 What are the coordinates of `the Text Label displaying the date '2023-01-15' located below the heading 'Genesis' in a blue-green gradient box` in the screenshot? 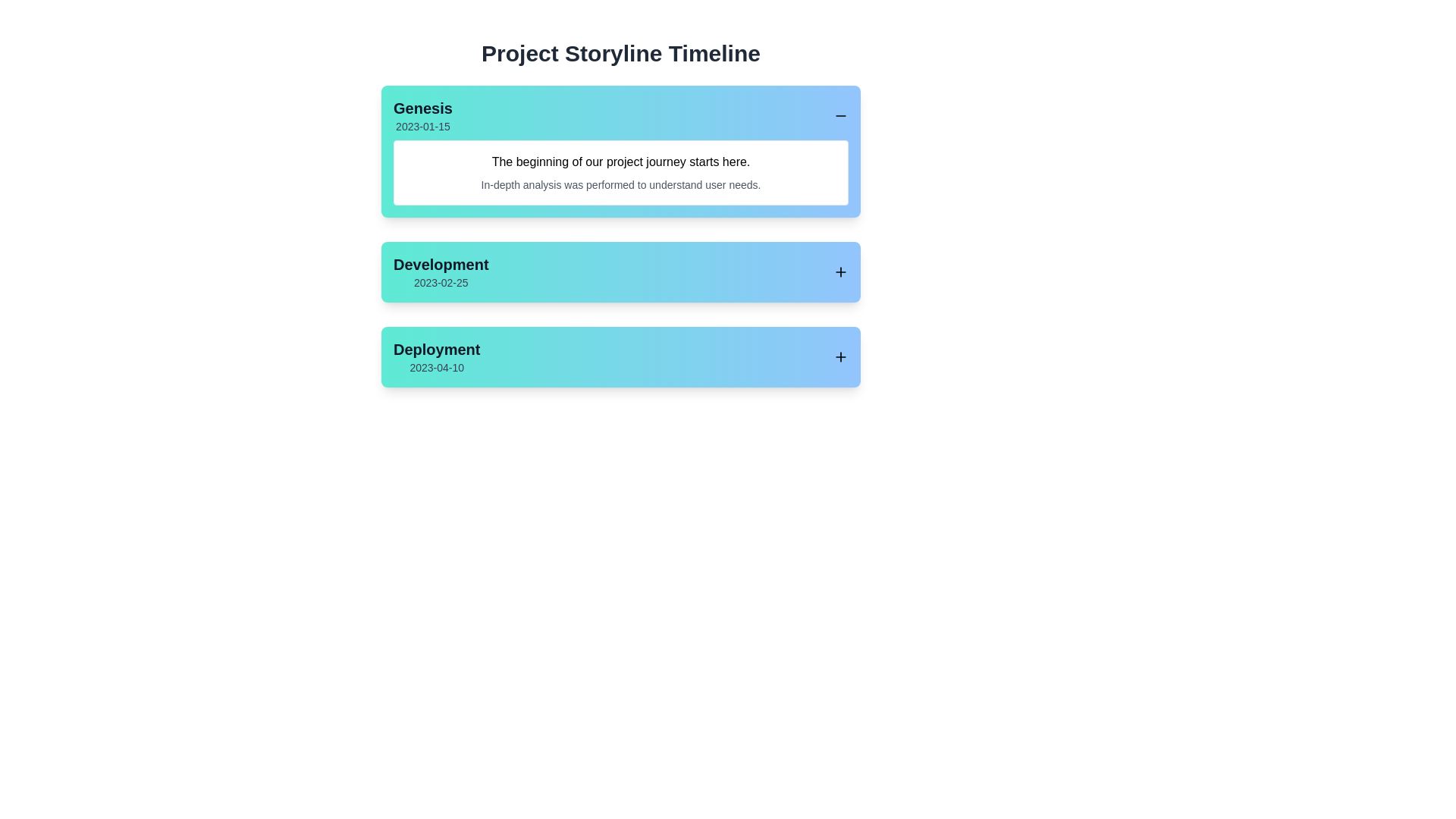 It's located at (422, 125).